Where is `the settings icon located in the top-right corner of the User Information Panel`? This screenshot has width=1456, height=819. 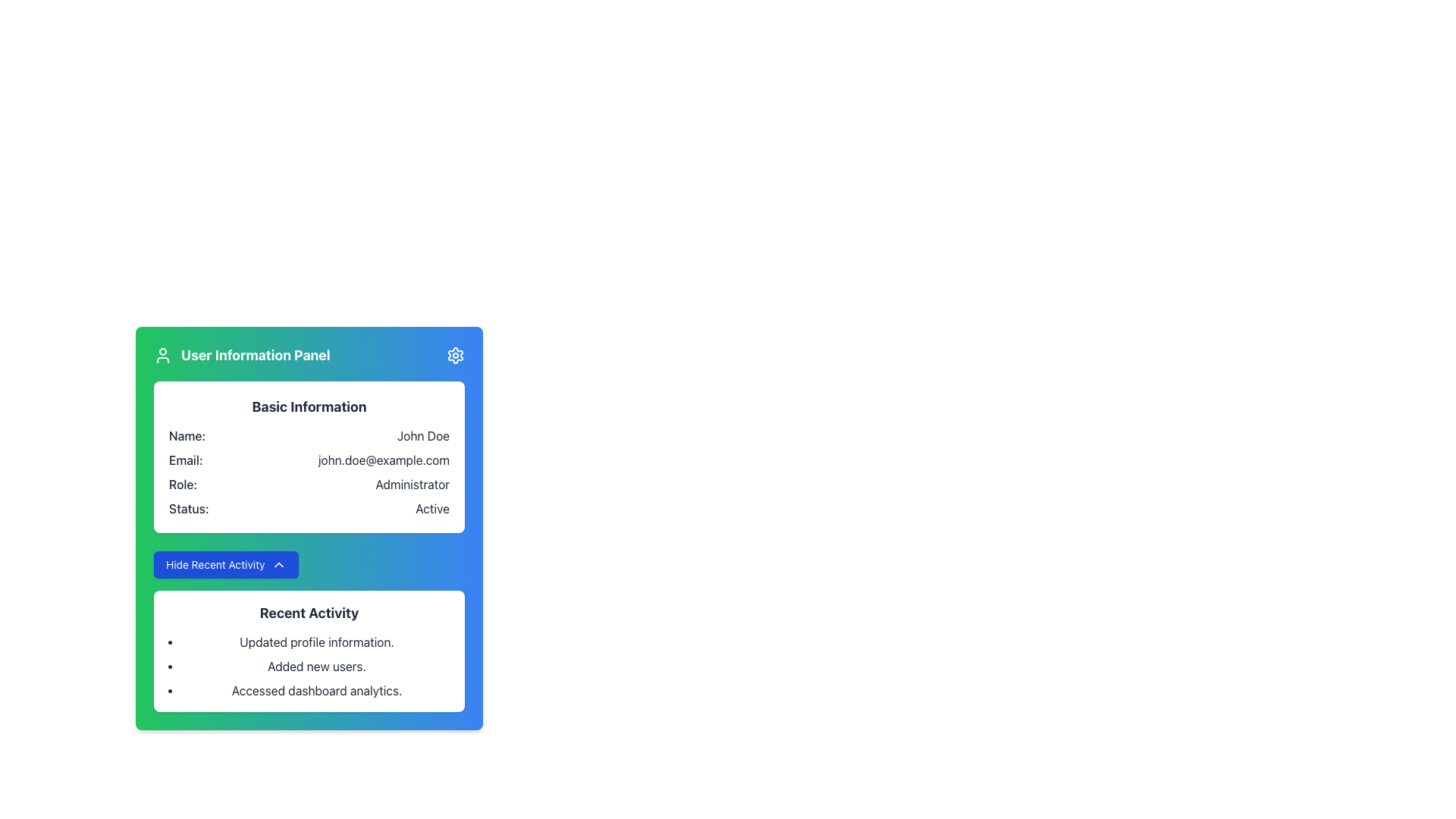
the settings icon located in the top-right corner of the User Information Panel is located at coordinates (454, 356).